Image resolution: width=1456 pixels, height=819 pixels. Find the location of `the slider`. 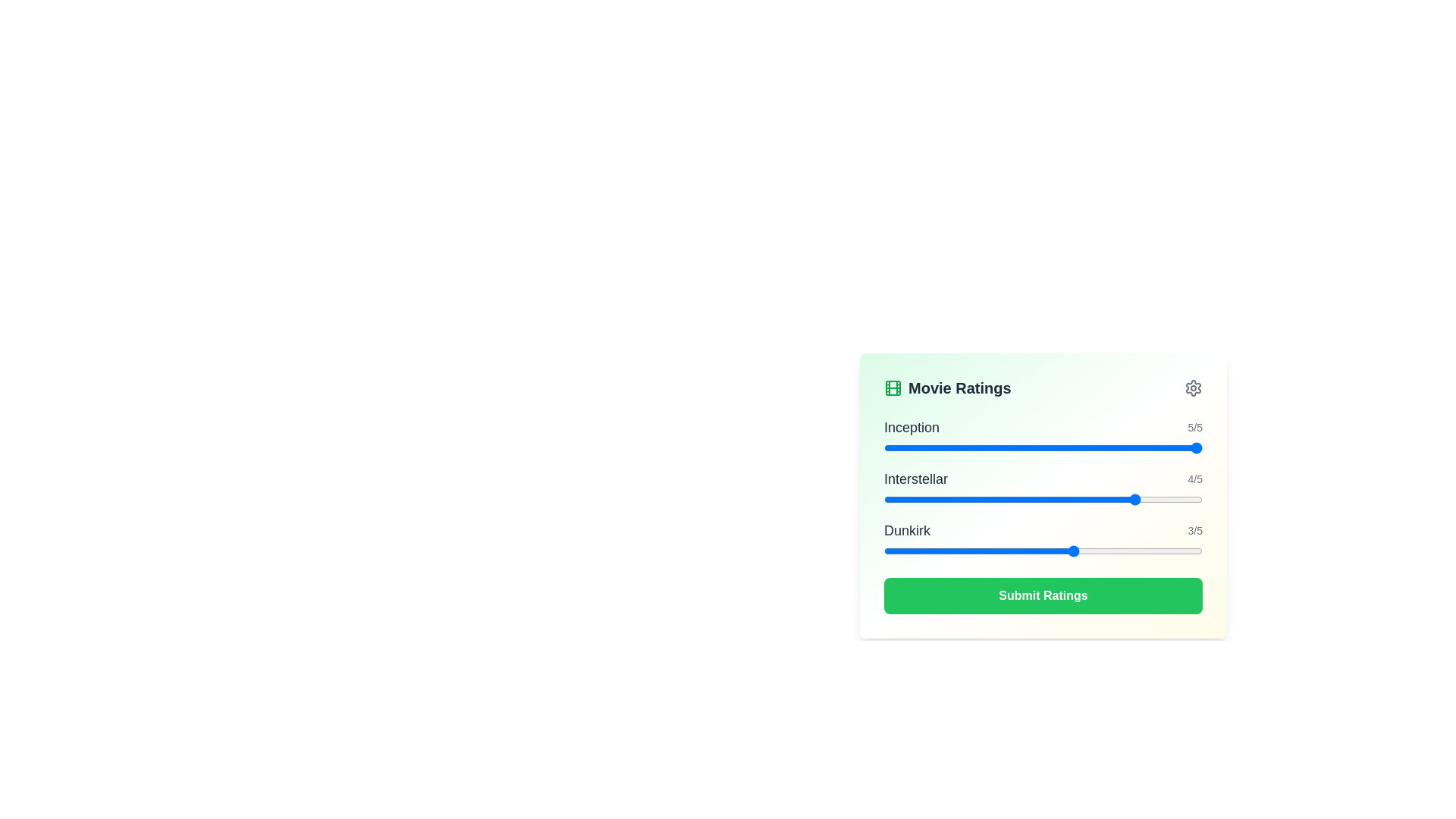

the slider is located at coordinates (1012, 500).